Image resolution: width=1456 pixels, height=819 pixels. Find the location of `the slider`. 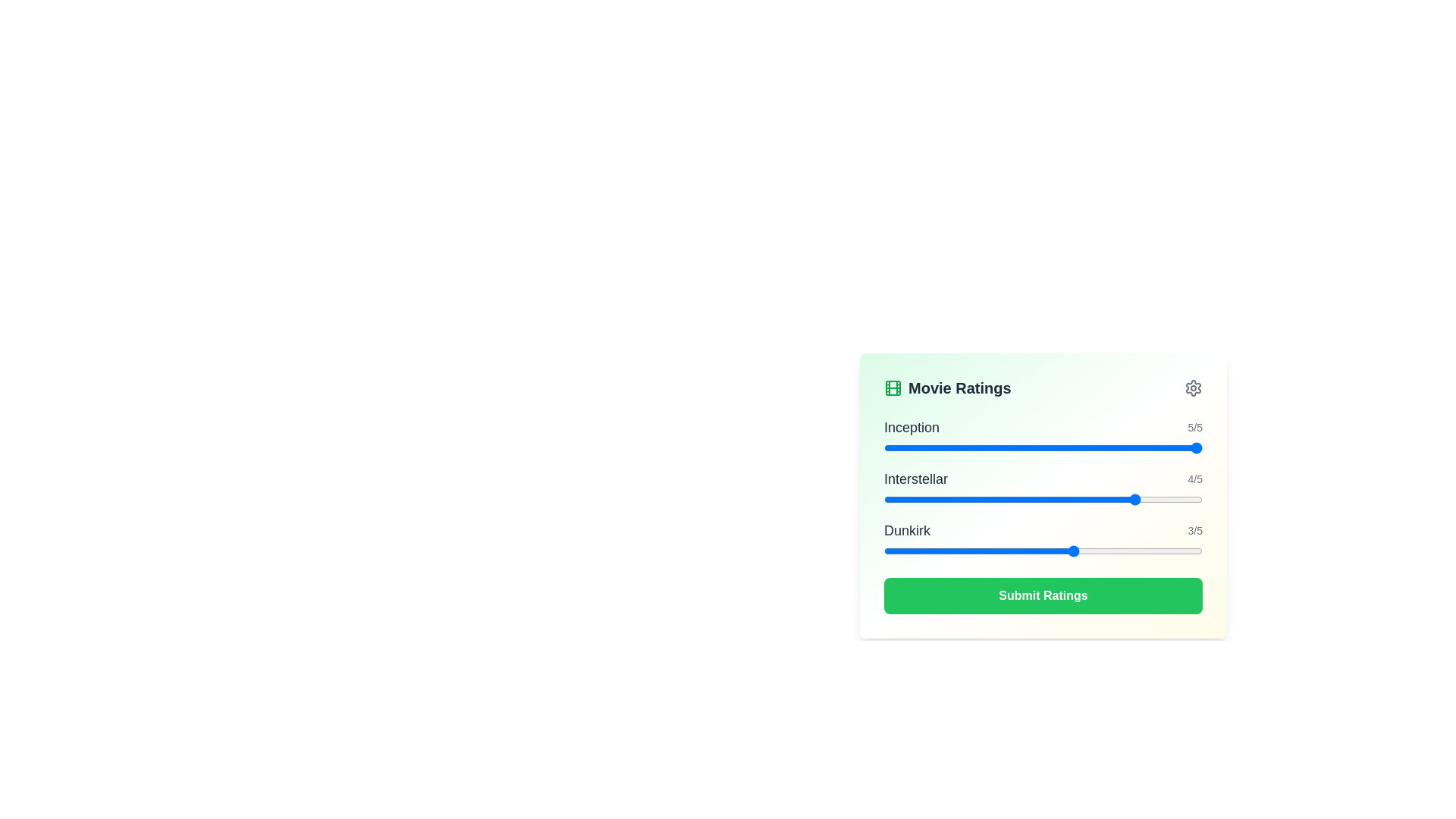

the slider is located at coordinates (1012, 500).